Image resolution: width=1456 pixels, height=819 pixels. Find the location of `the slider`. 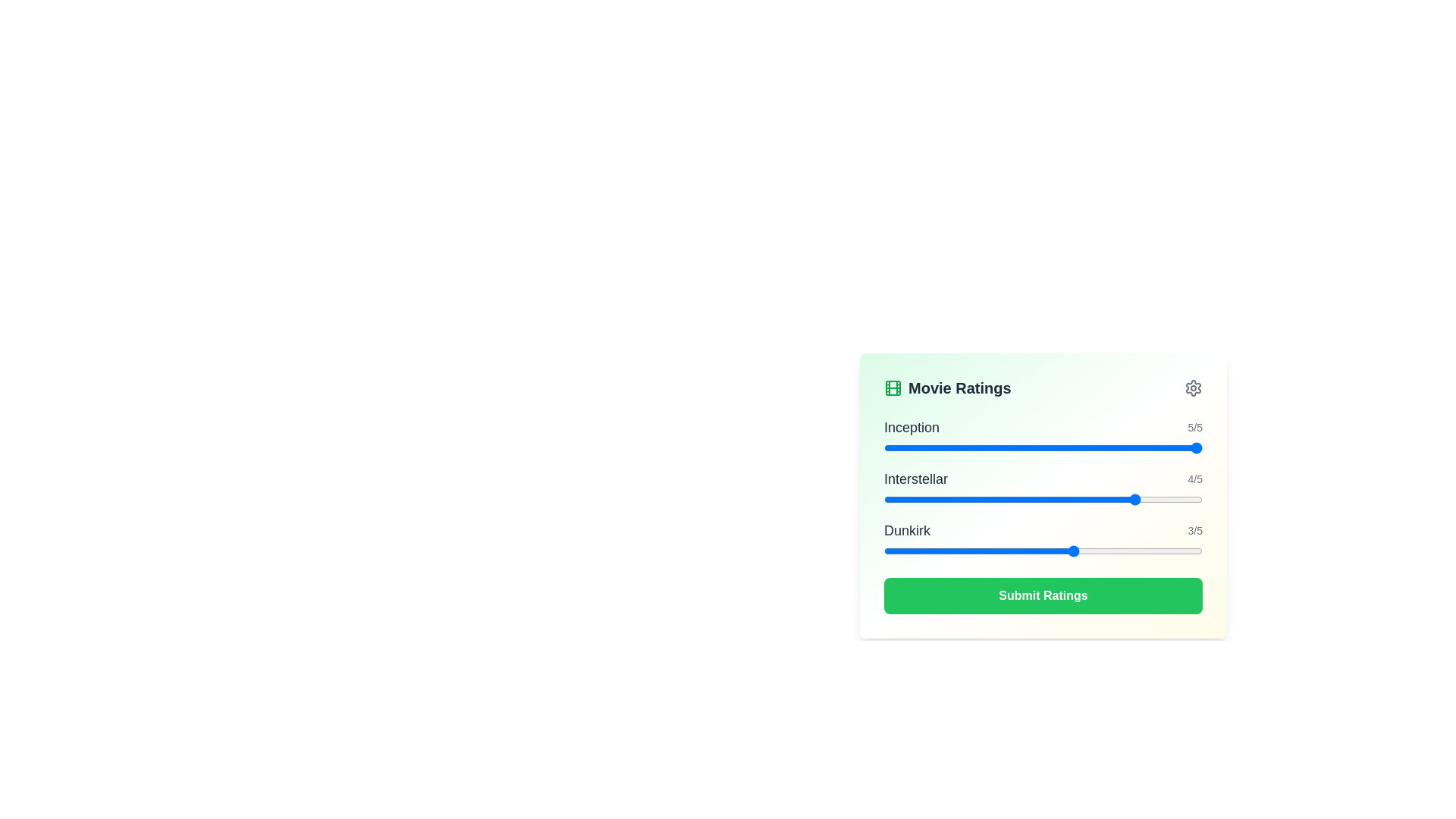

the slider is located at coordinates (1012, 500).